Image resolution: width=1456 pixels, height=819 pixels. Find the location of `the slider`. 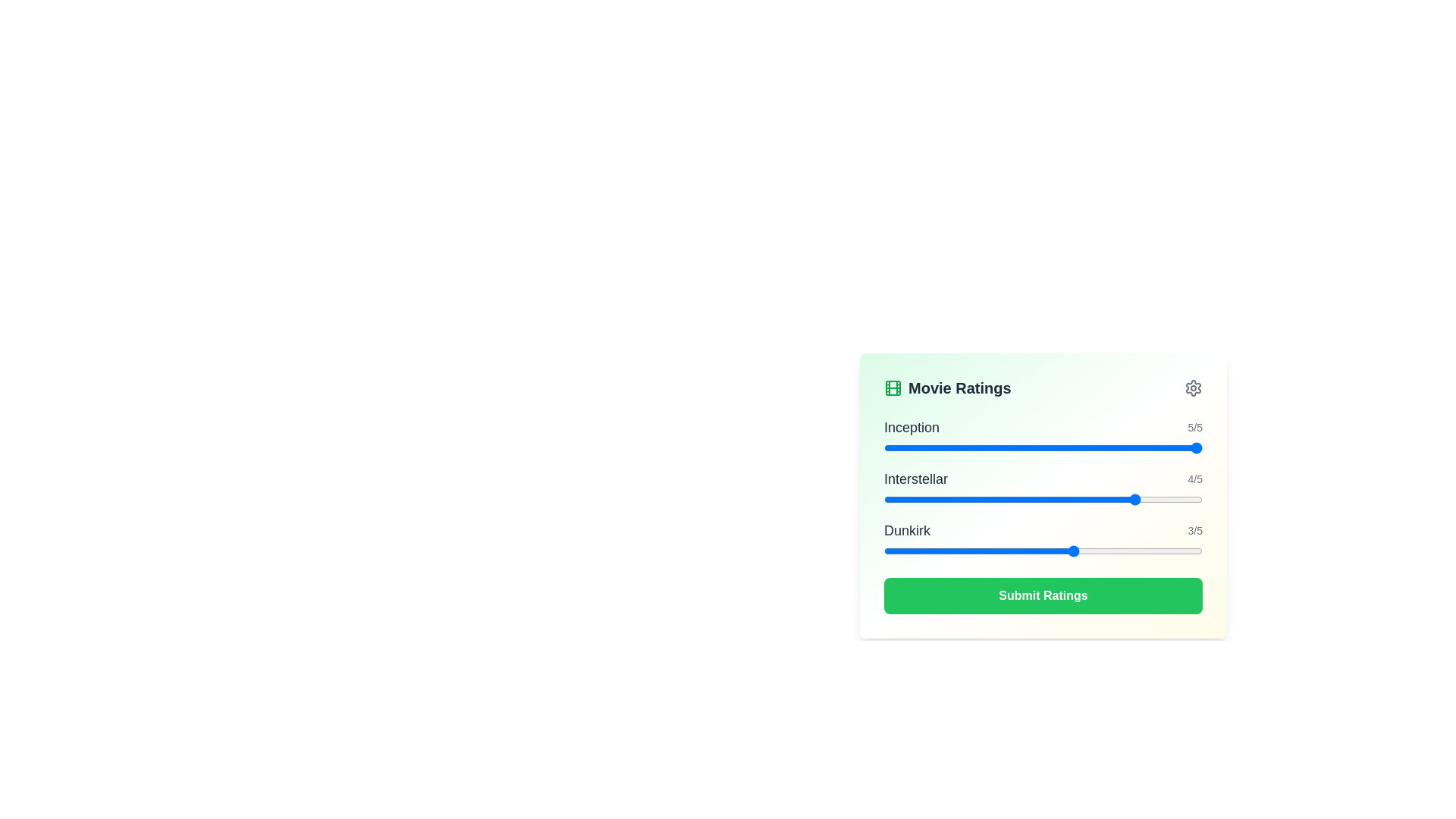

the slider is located at coordinates (1012, 500).